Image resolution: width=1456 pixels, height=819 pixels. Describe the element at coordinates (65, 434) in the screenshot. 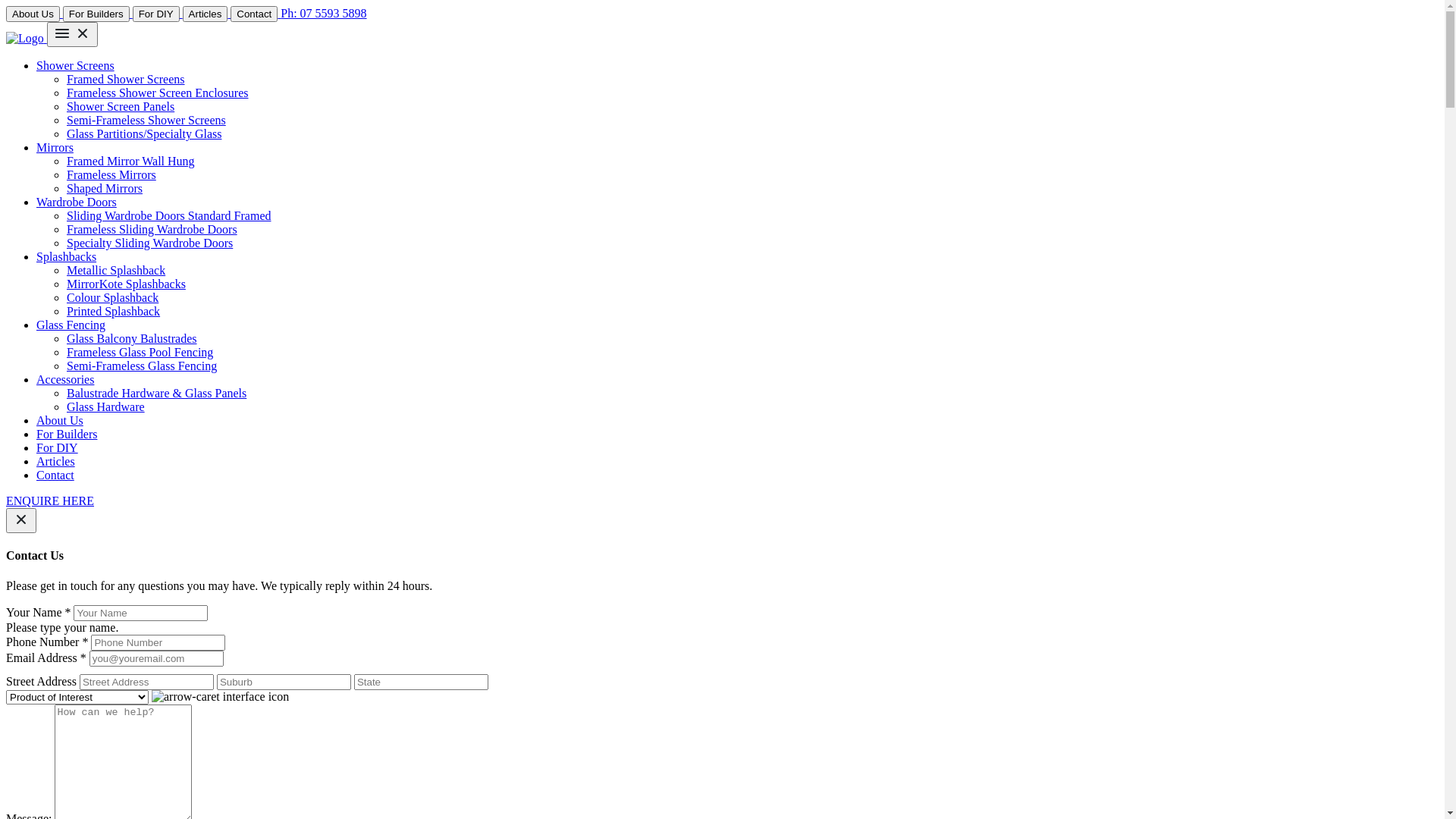

I see `'For Builders'` at that location.